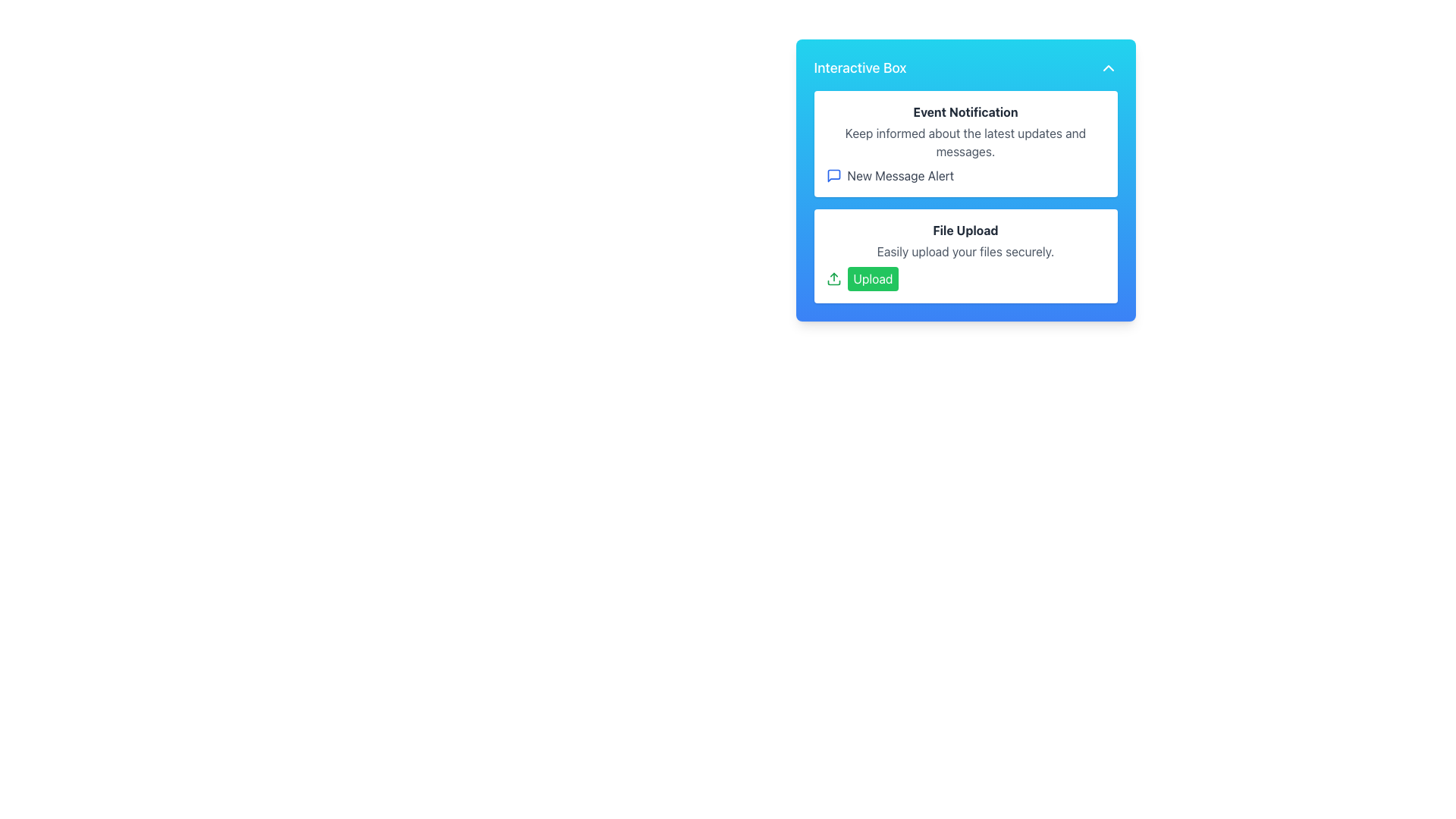  Describe the element at coordinates (900, 174) in the screenshot. I see `text indicating a new message alert notification located inside the 'Interactive Box' under 'Event Notification', aligned with the blue message bubble icon` at that location.